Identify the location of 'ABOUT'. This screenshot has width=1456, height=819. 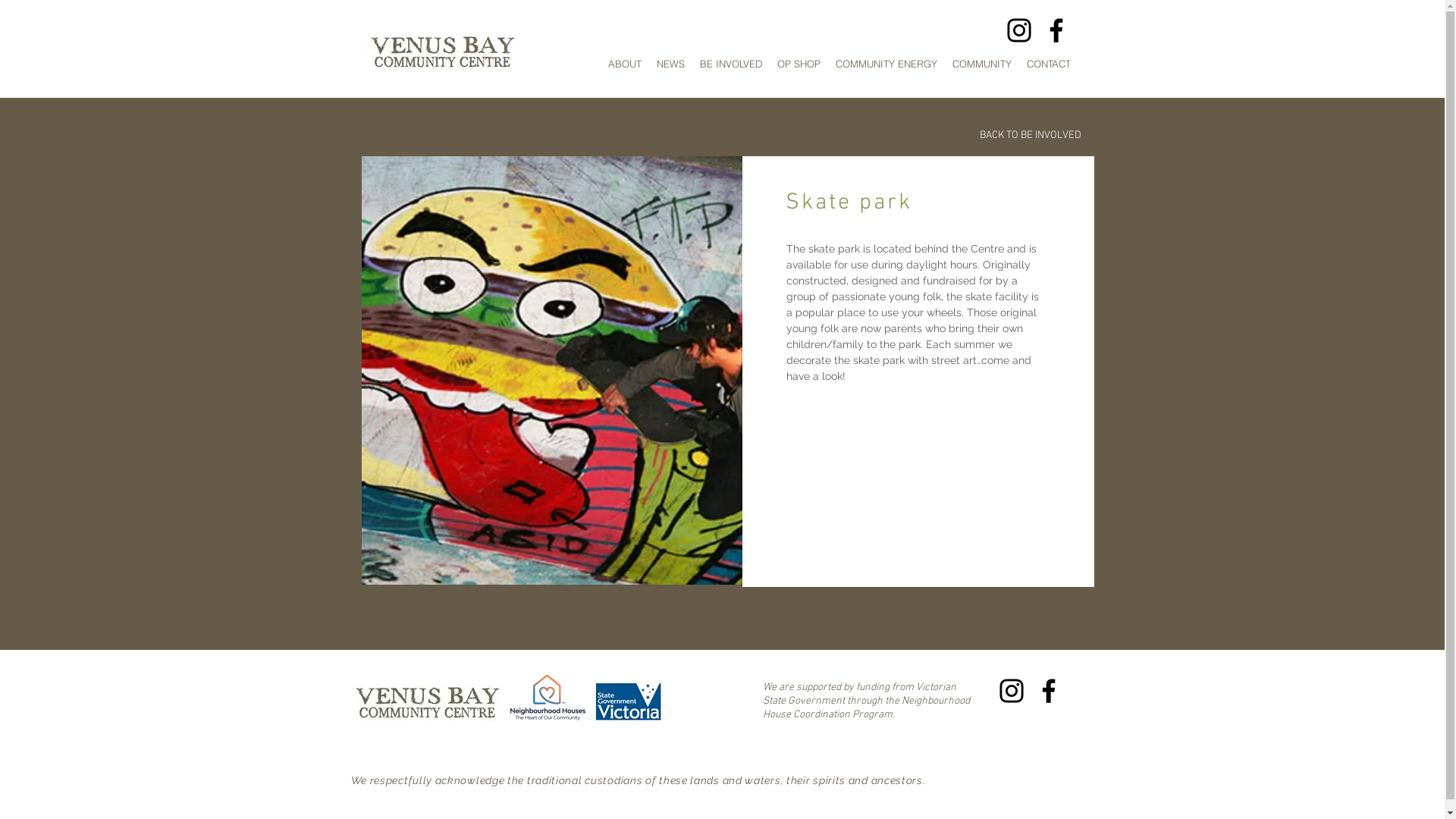
(625, 63).